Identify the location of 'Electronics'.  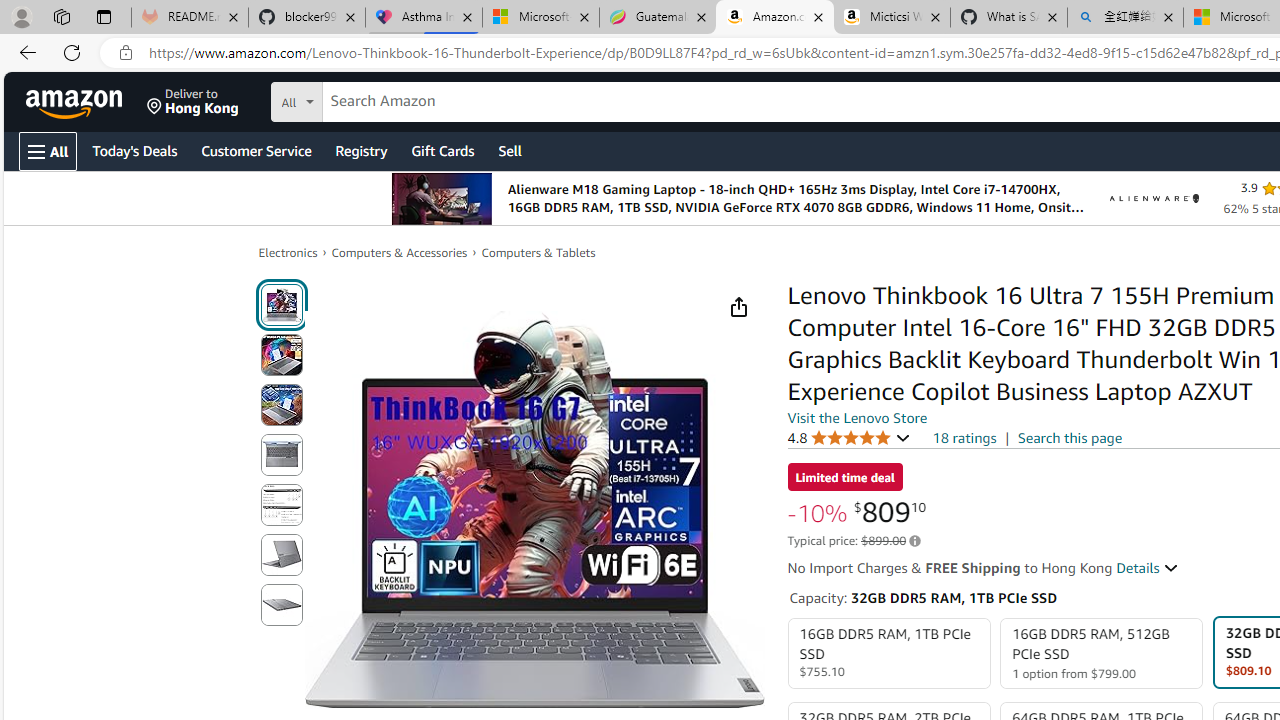
(287, 252).